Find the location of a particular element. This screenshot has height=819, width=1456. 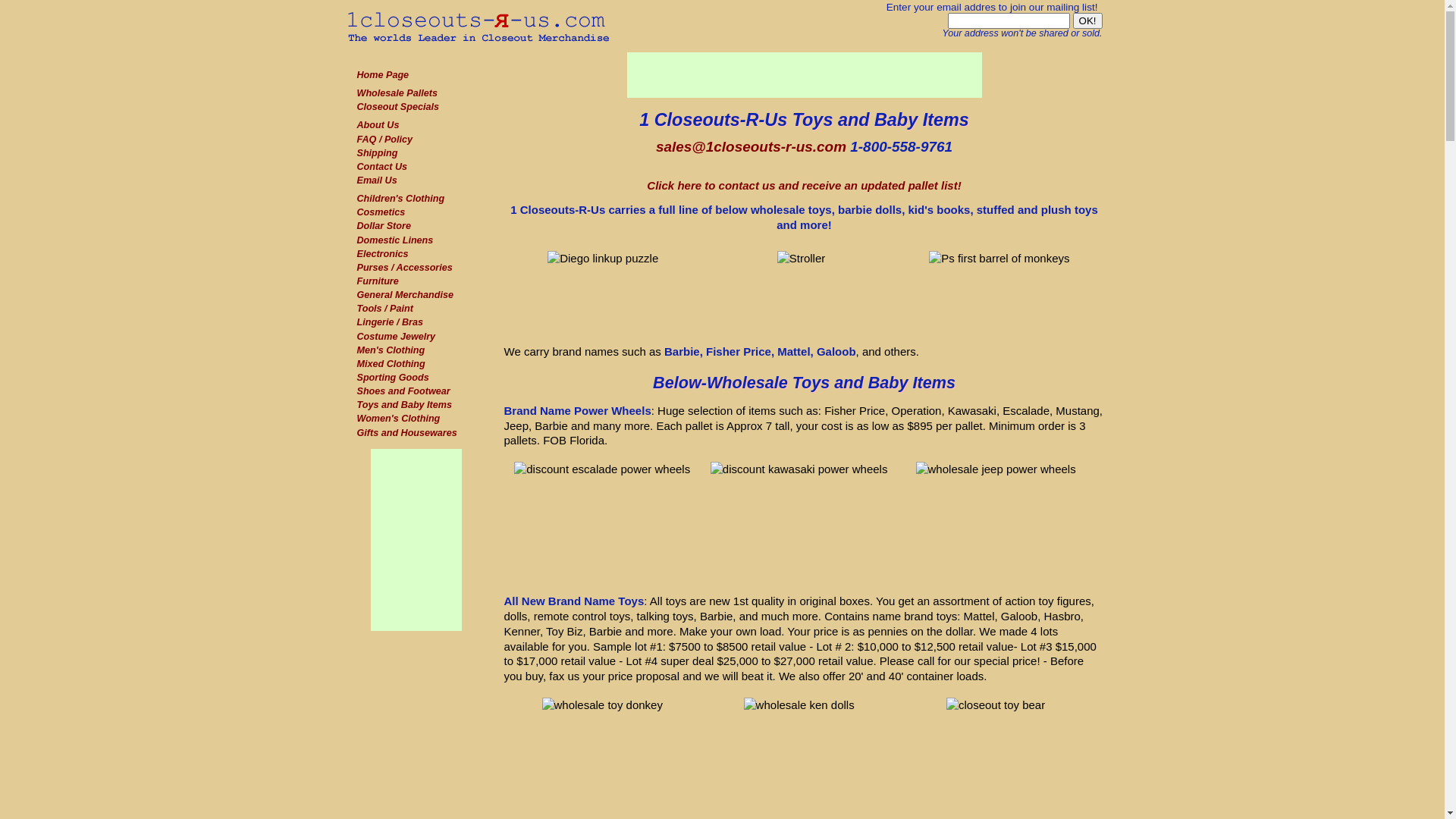

'About Us' is located at coordinates (378, 124).